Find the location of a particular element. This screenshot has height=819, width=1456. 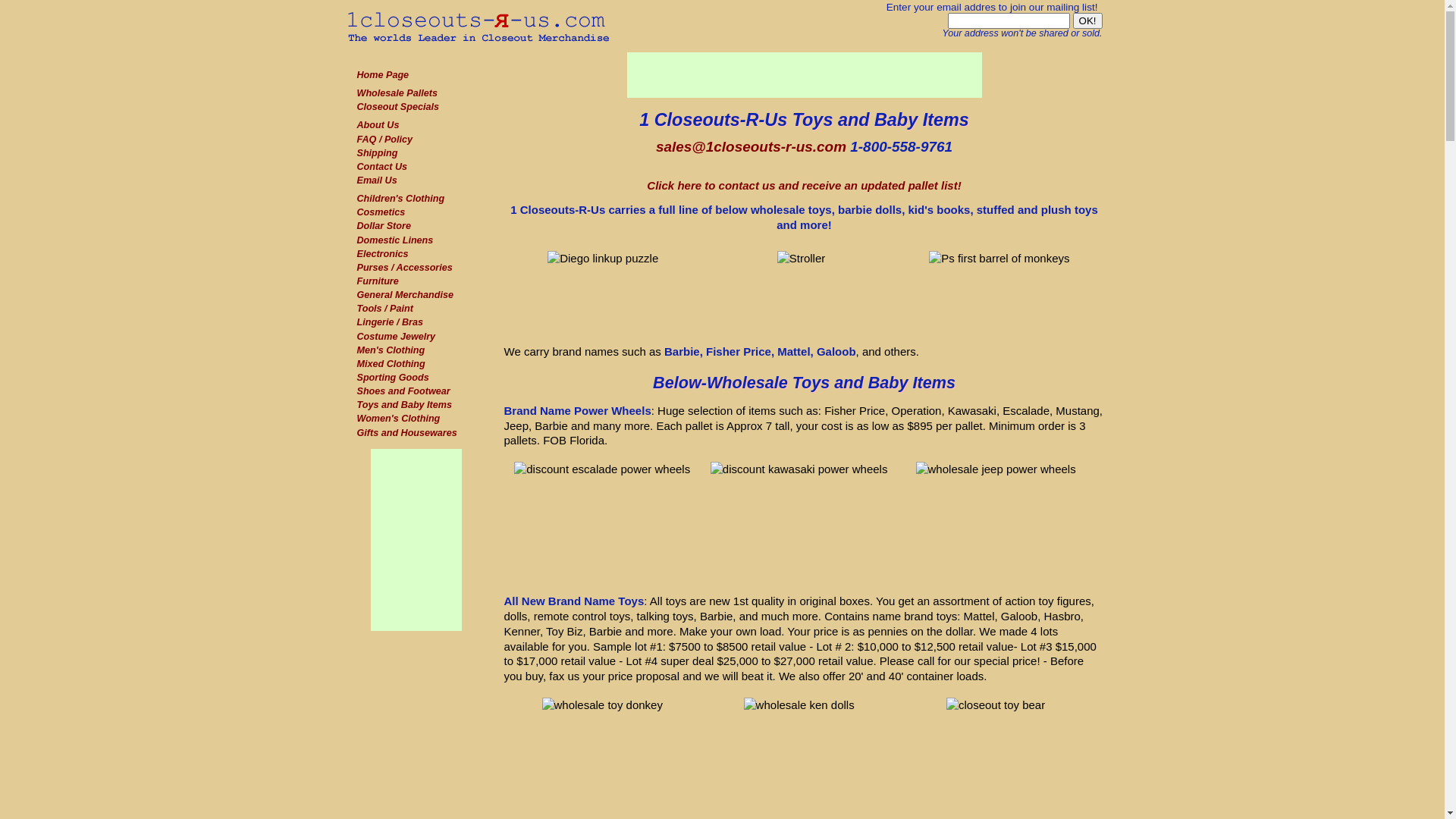

'About Us' is located at coordinates (378, 124).